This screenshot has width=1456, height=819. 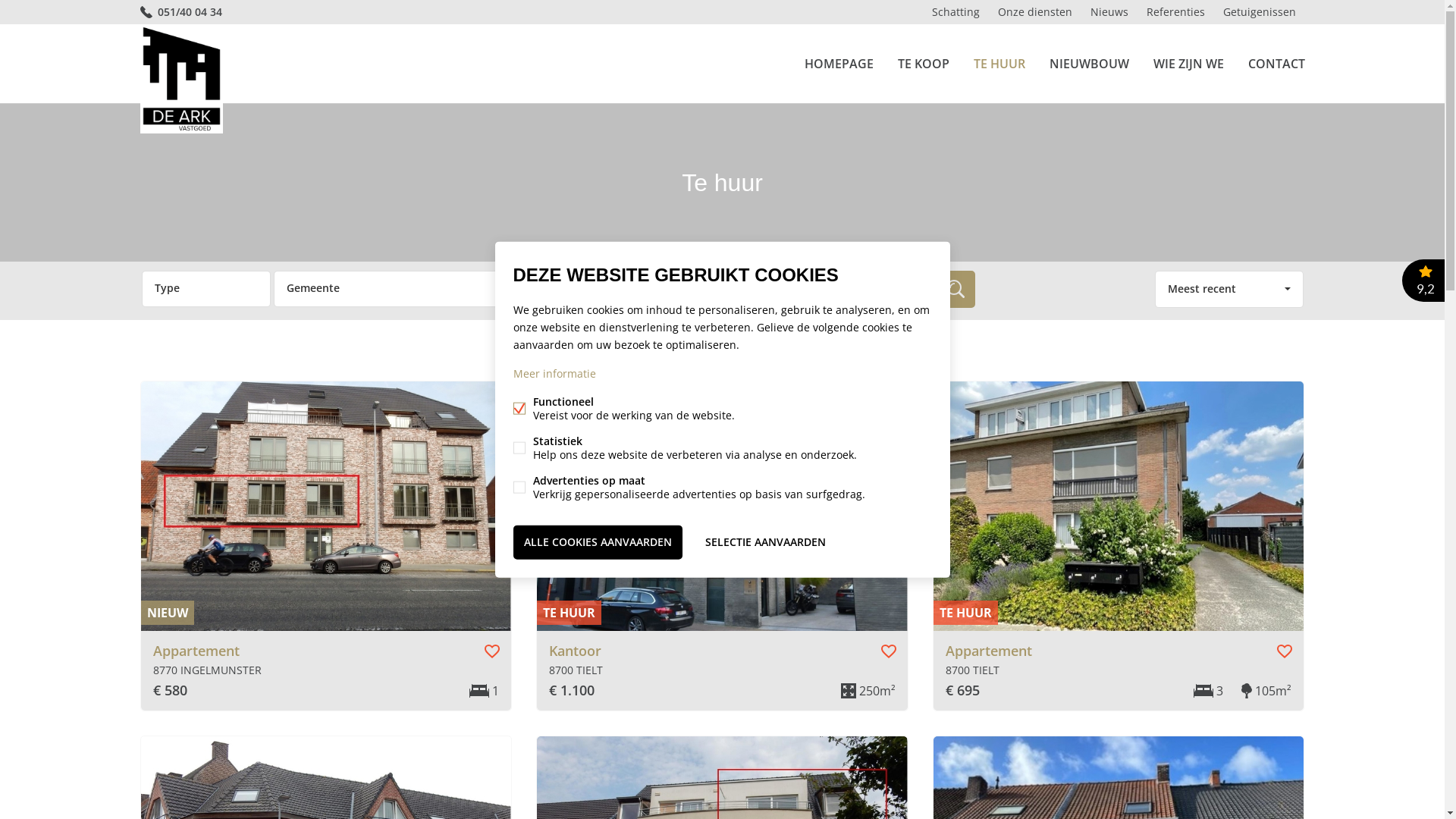 What do you see at coordinates (954, 11) in the screenshot?
I see `'Schatting'` at bounding box center [954, 11].